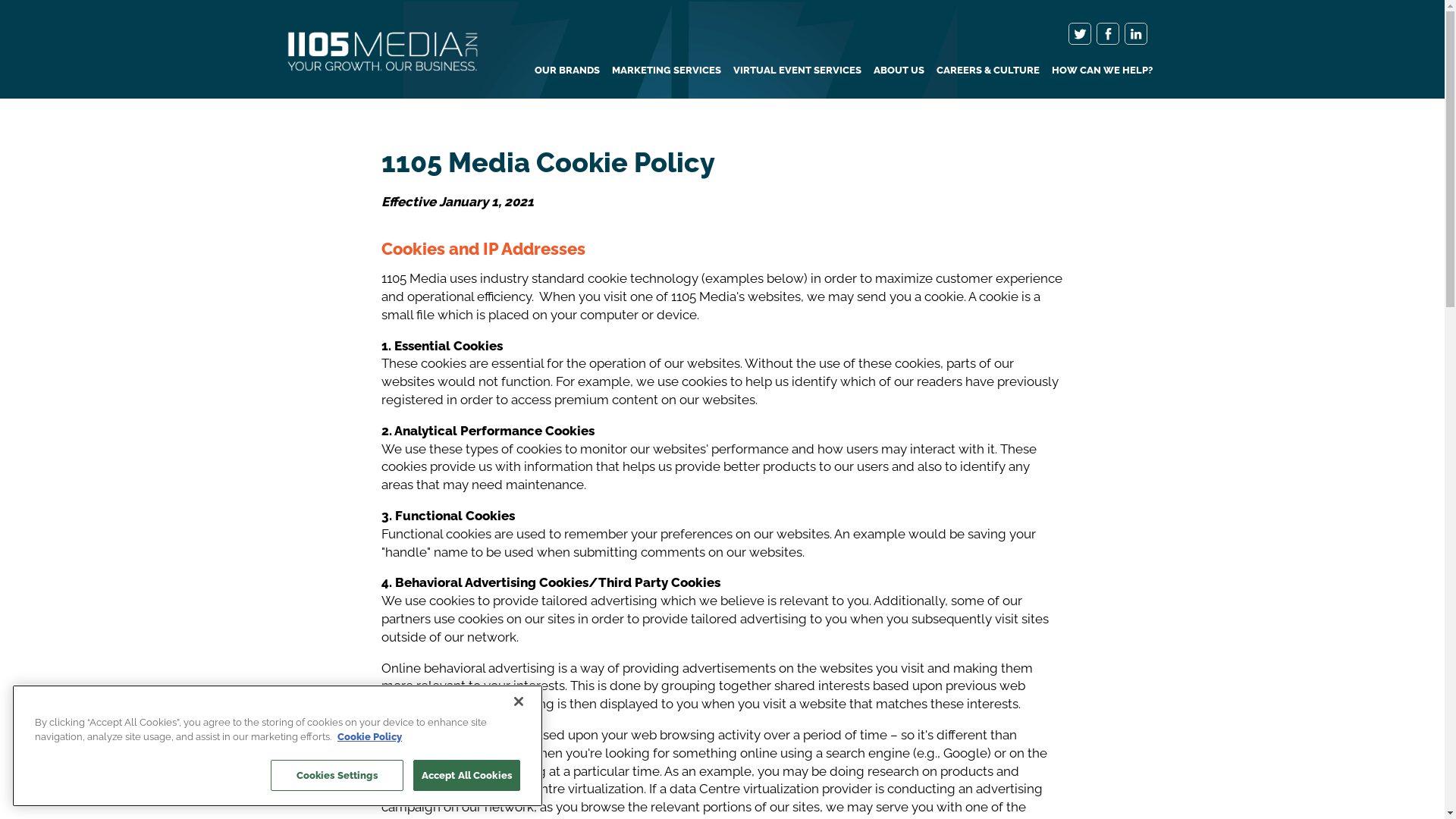 This screenshot has width=1456, height=819. What do you see at coordinates (795, 70) in the screenshot?
I see `'VIRTUAL EVENT SERVICES'` at bounding box center [795, 70].